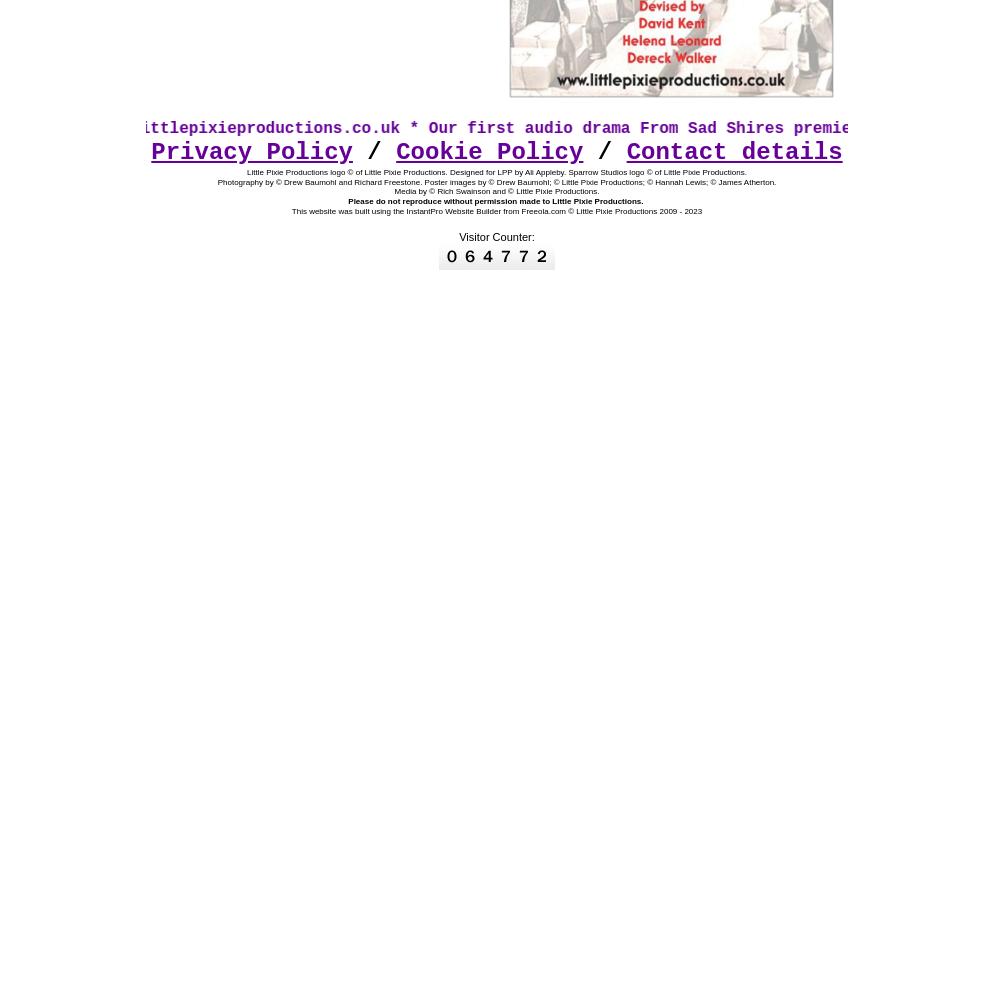 This screenshot has height=1000, width=994. What do you see at coordinates (495, 190) in the screenshot?
I see `'Media by © Rich Swainson and © Little Pixie Productions.'` at bounding box center [495, 190].